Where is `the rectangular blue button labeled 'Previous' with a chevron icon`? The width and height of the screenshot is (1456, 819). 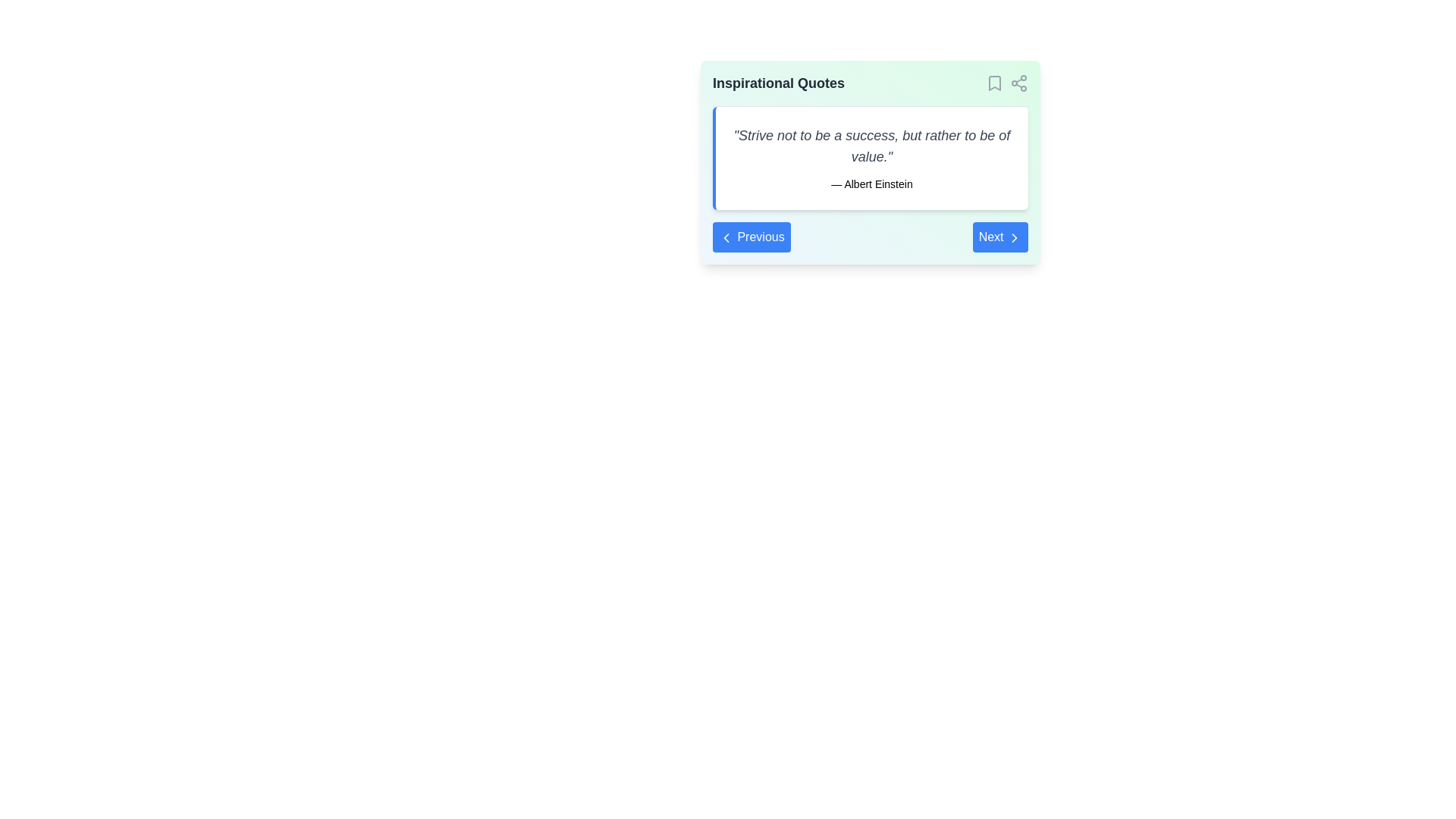 the rectangular blue button labeled 'Previous' with a chevron icon is located at coordinates (752, 237).